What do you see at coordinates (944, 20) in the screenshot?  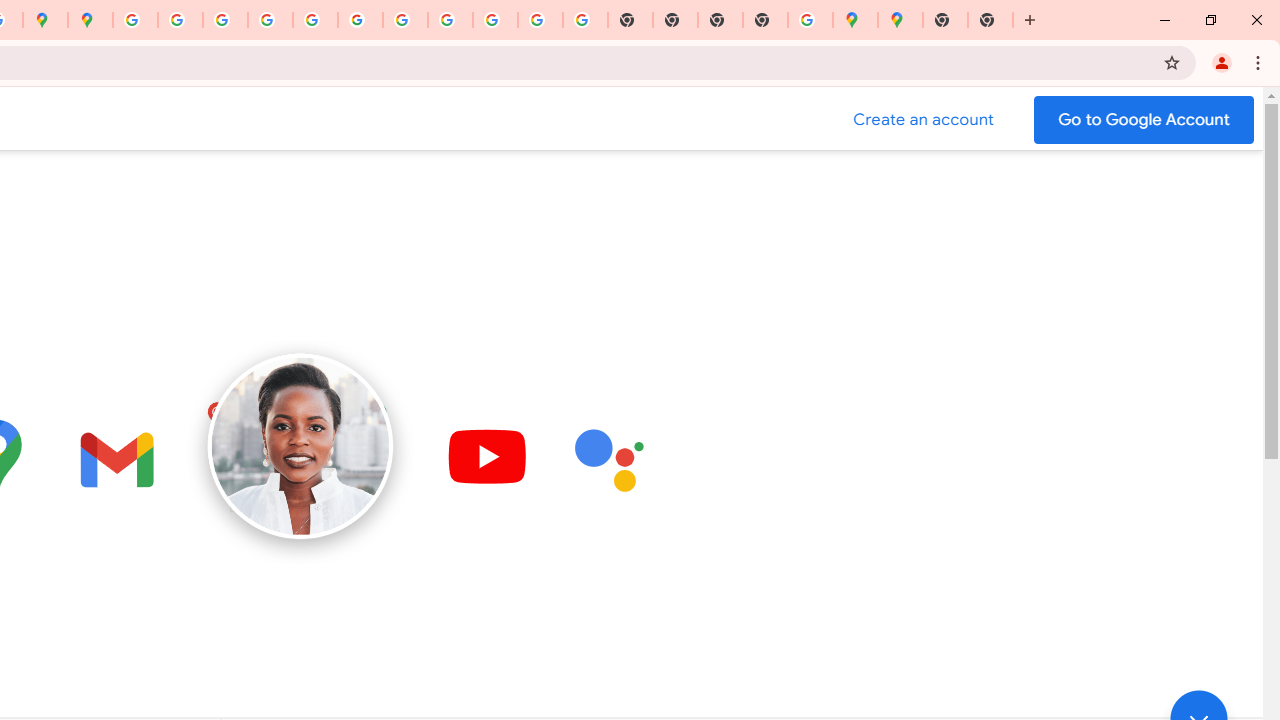 I see `'New Tab'` at bounding box center [944, 20].